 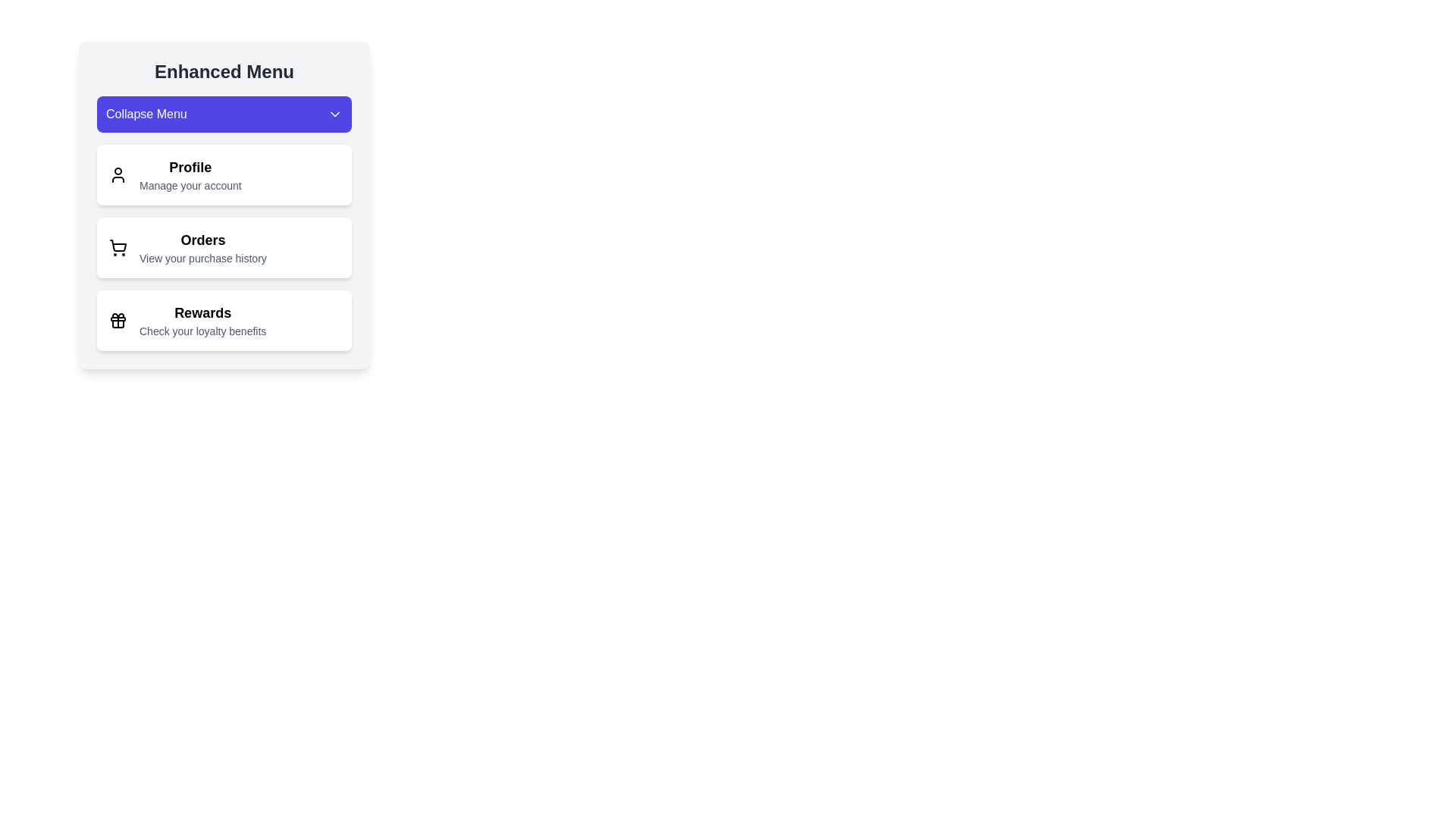 I want to click on the toggle button for collapsing or expanding the dropdown menu located at the top of the 'Enhanced Menu' section, so click(x=224, y=113).